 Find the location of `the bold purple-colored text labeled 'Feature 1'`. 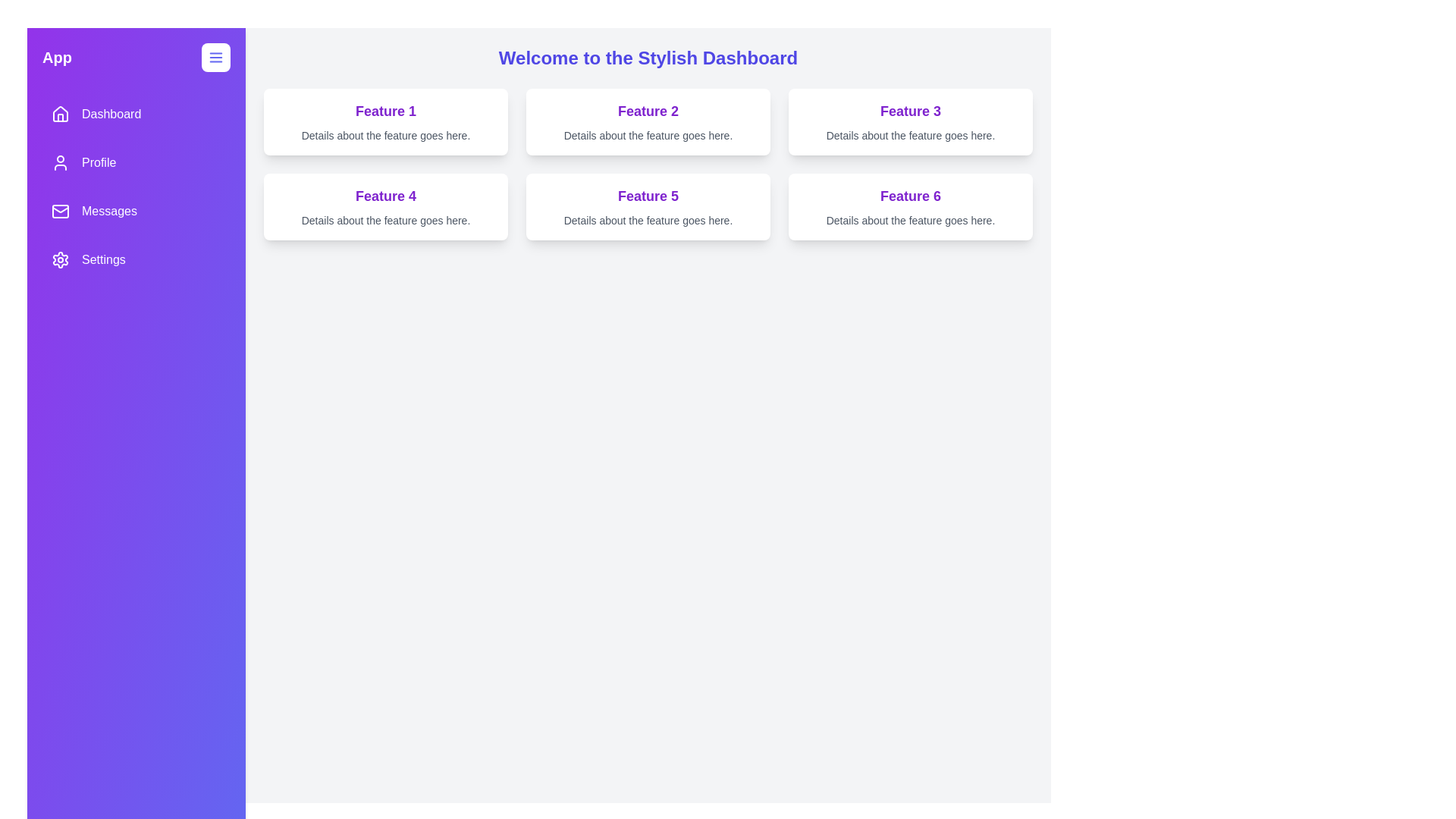

the bold purple-colored text labeled 'Feature 1' is located at coordinates (385, 110).